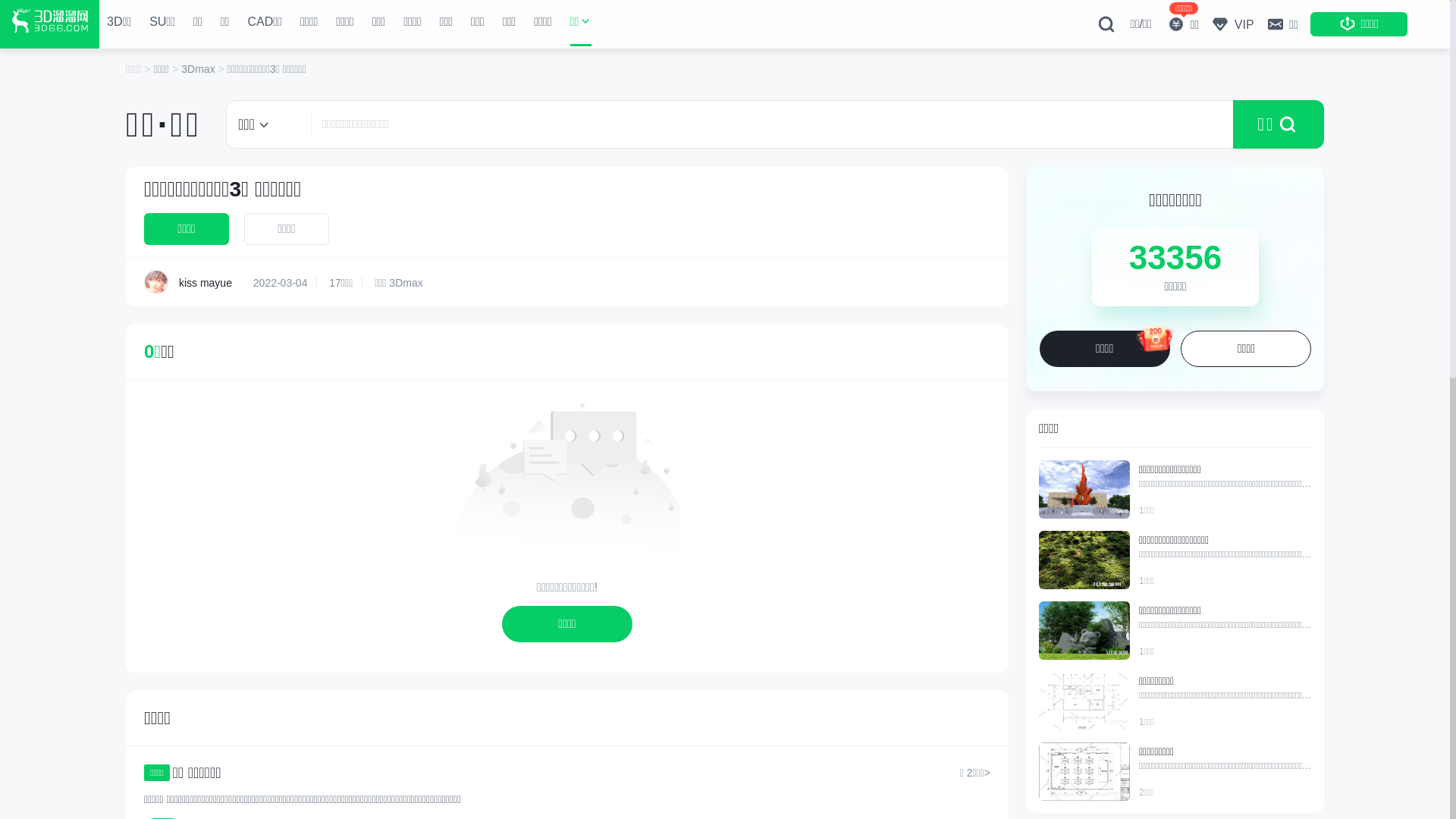  What do you see at coordinates (1232, 24) in the screenshot?
I see `'VIP'` at bounding box center [1232, 24].